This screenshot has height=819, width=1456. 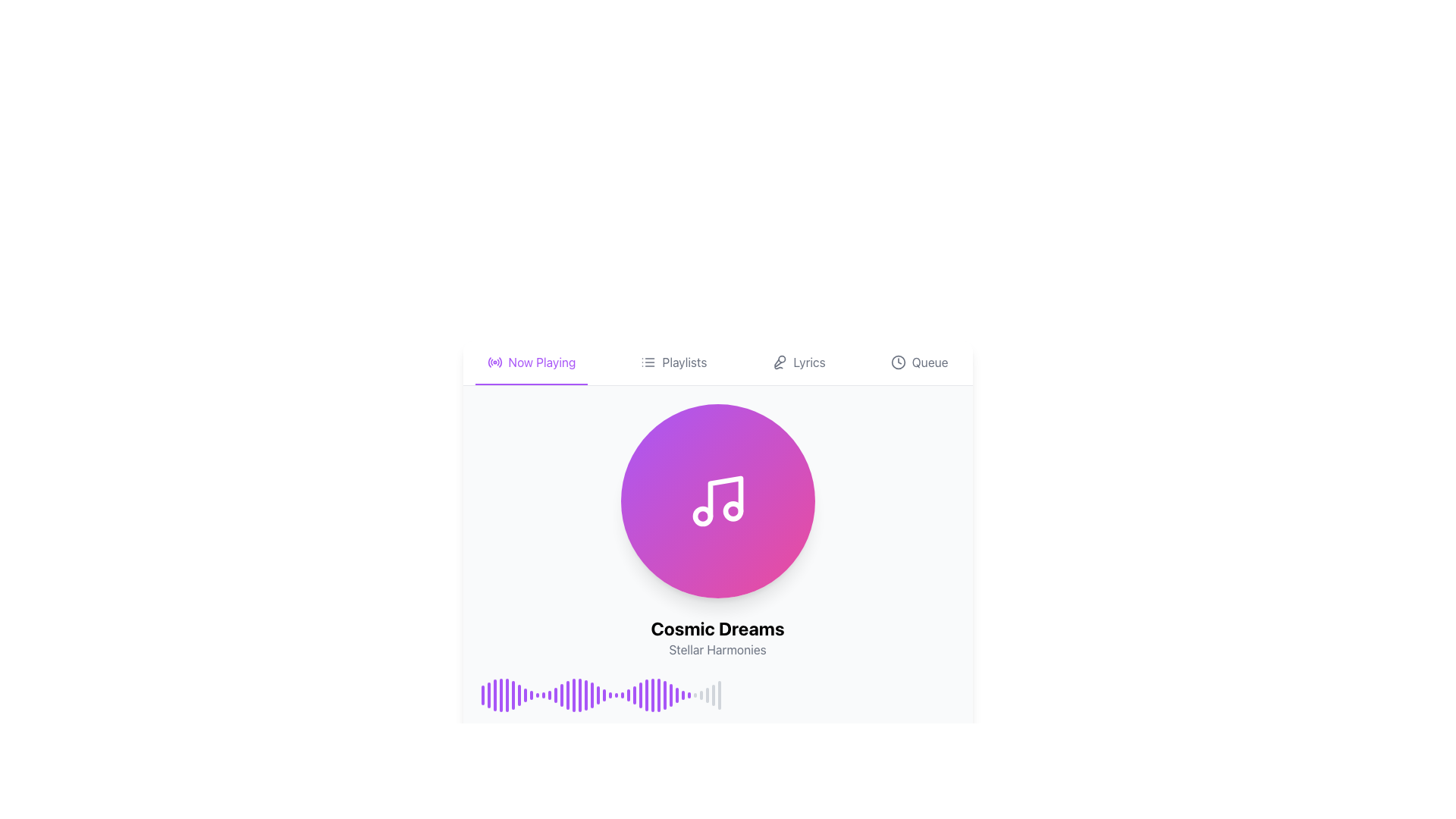 I want to click on the second gray vertical progress bar located beneath the central circular artwork, which is distinct due to its rounded corners and gray color, positioned at the end of a purple waveform pattern, so click(x=700, y=695).